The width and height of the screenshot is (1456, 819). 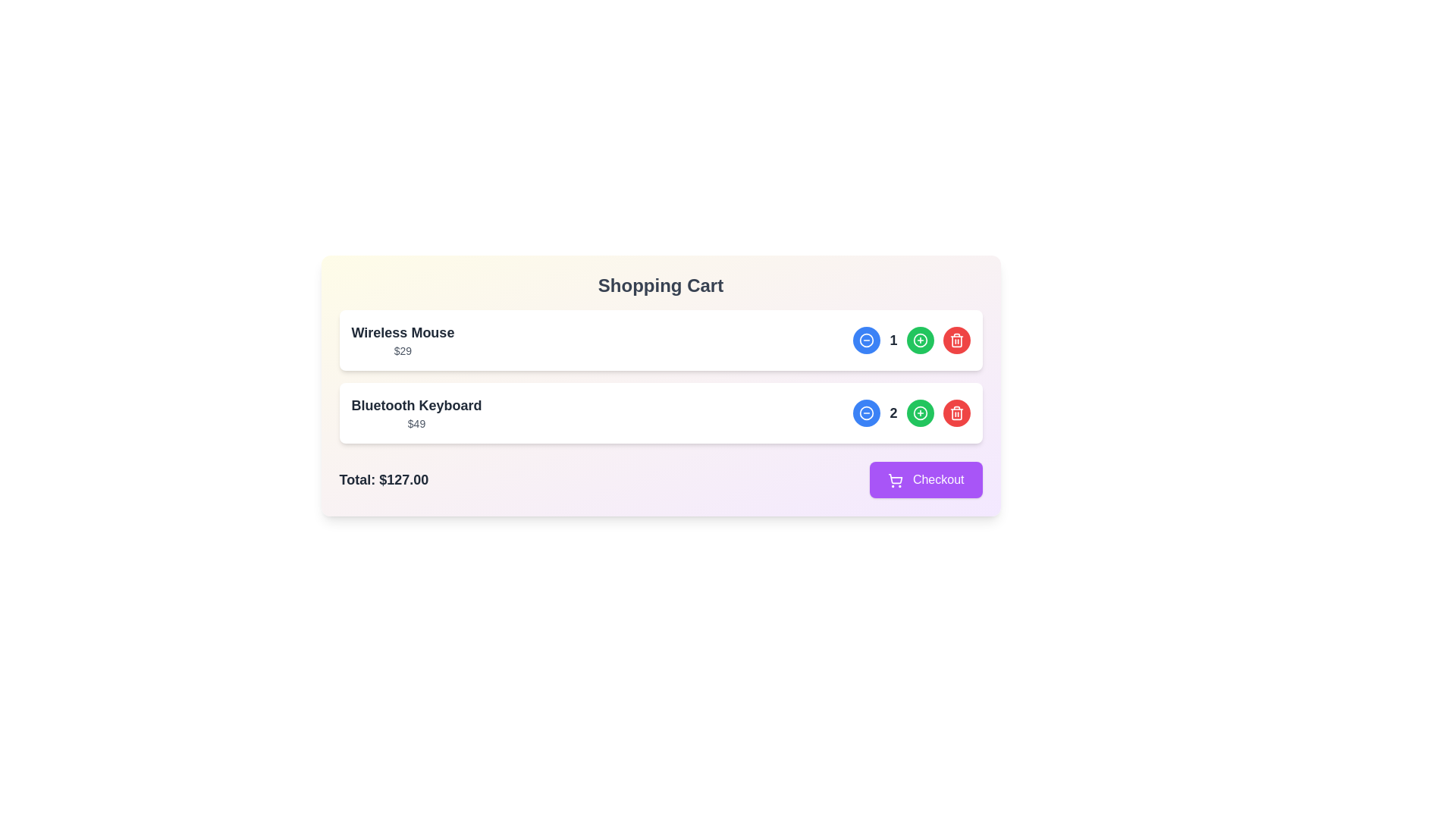 What do you see at coordinates (955, 339) in the screenshot?
I see `the delete icon button for the 'Bluetooth Keyboard' item in the shopping cart interface to trigger hover effects` at bounding box center [955, 339].